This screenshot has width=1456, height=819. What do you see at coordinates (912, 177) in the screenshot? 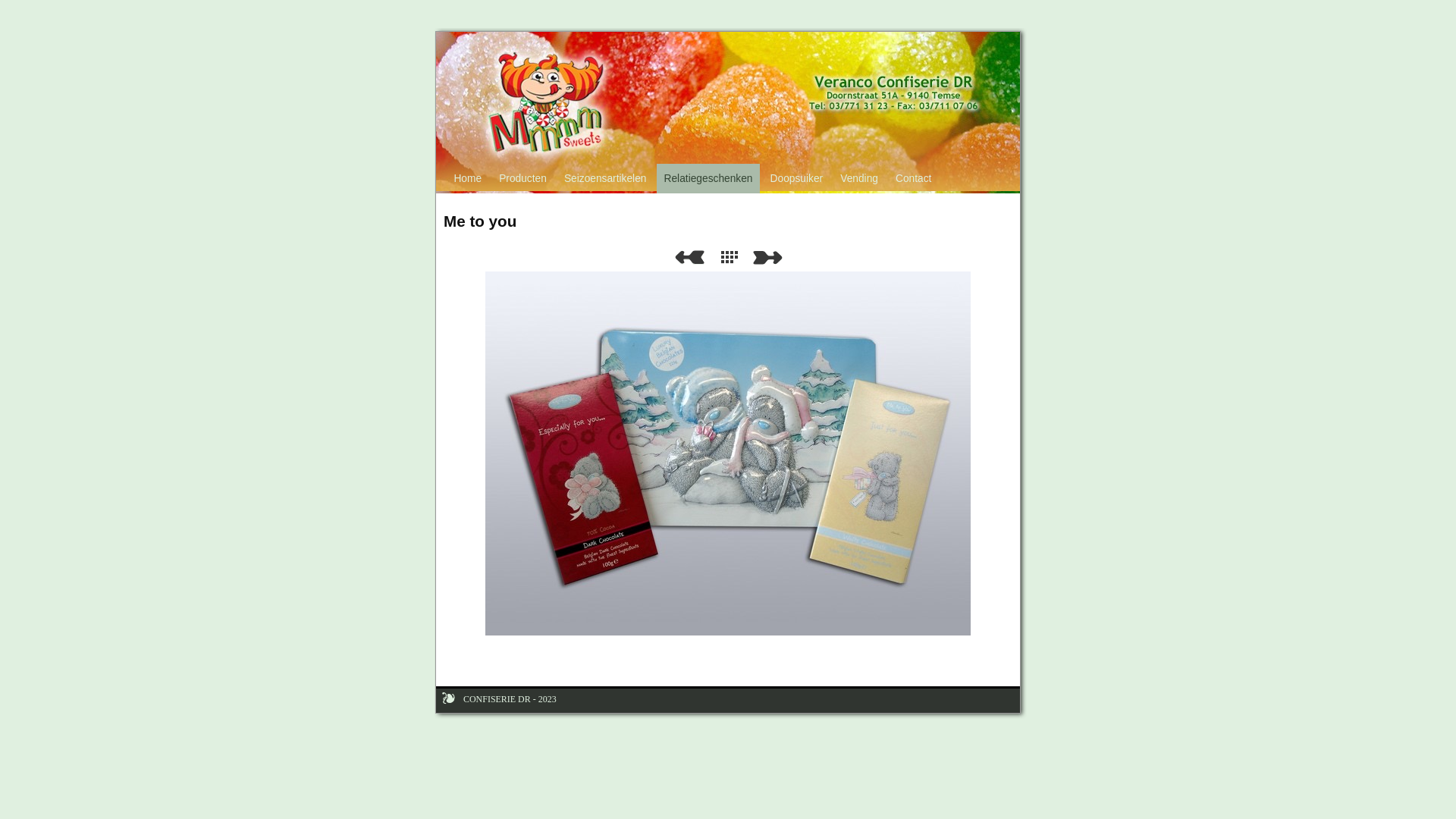
I see `'Contact'` at bounding box center [912, 177].